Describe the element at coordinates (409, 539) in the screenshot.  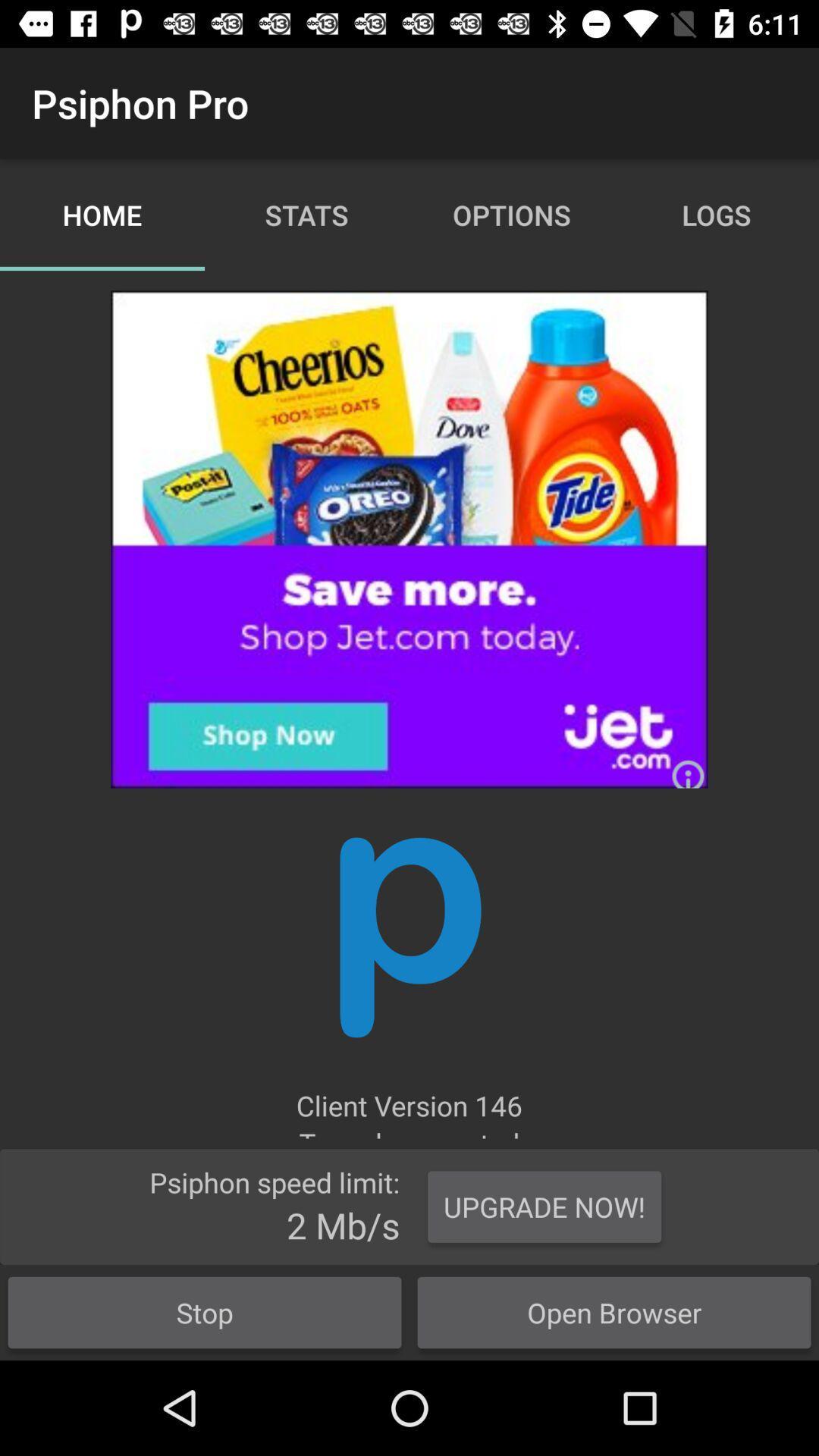
I see `advertisement` at that location.